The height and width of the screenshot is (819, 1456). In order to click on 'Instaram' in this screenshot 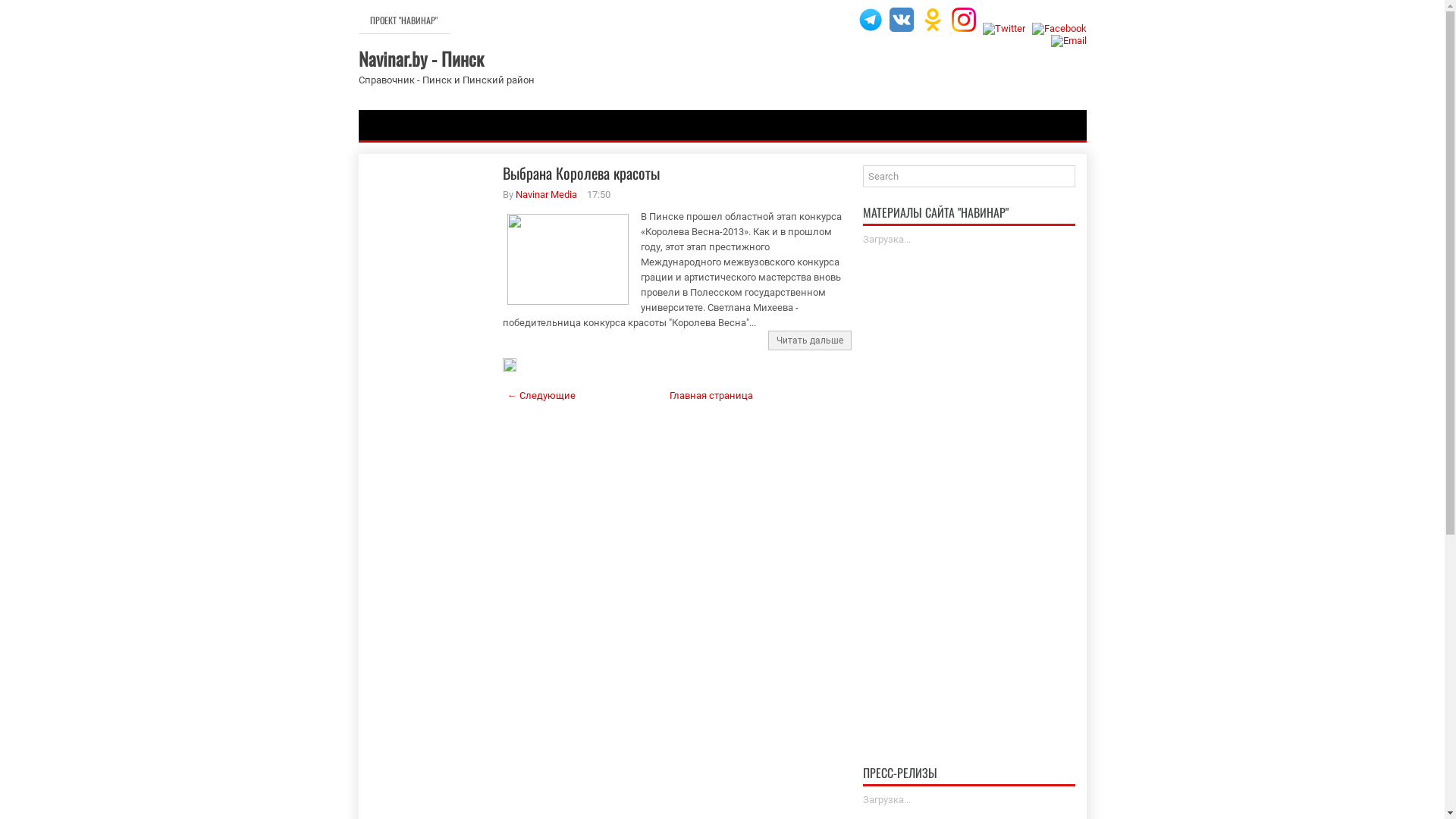, I will do `click(962, 20)`.